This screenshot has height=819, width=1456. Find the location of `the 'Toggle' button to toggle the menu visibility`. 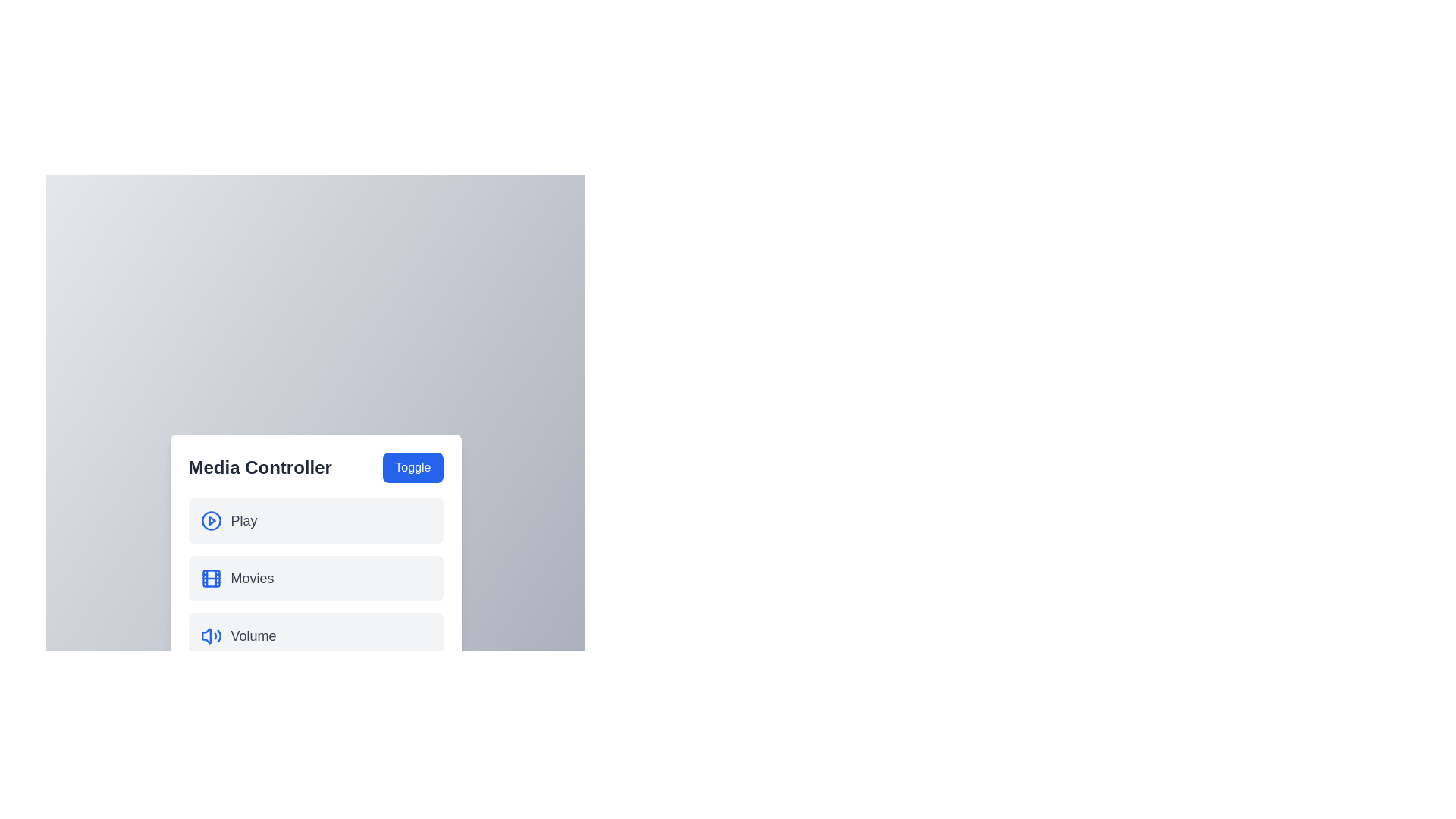

the 'Toggle' button to toggle the menu visibility is located at coordinates (413, 467).